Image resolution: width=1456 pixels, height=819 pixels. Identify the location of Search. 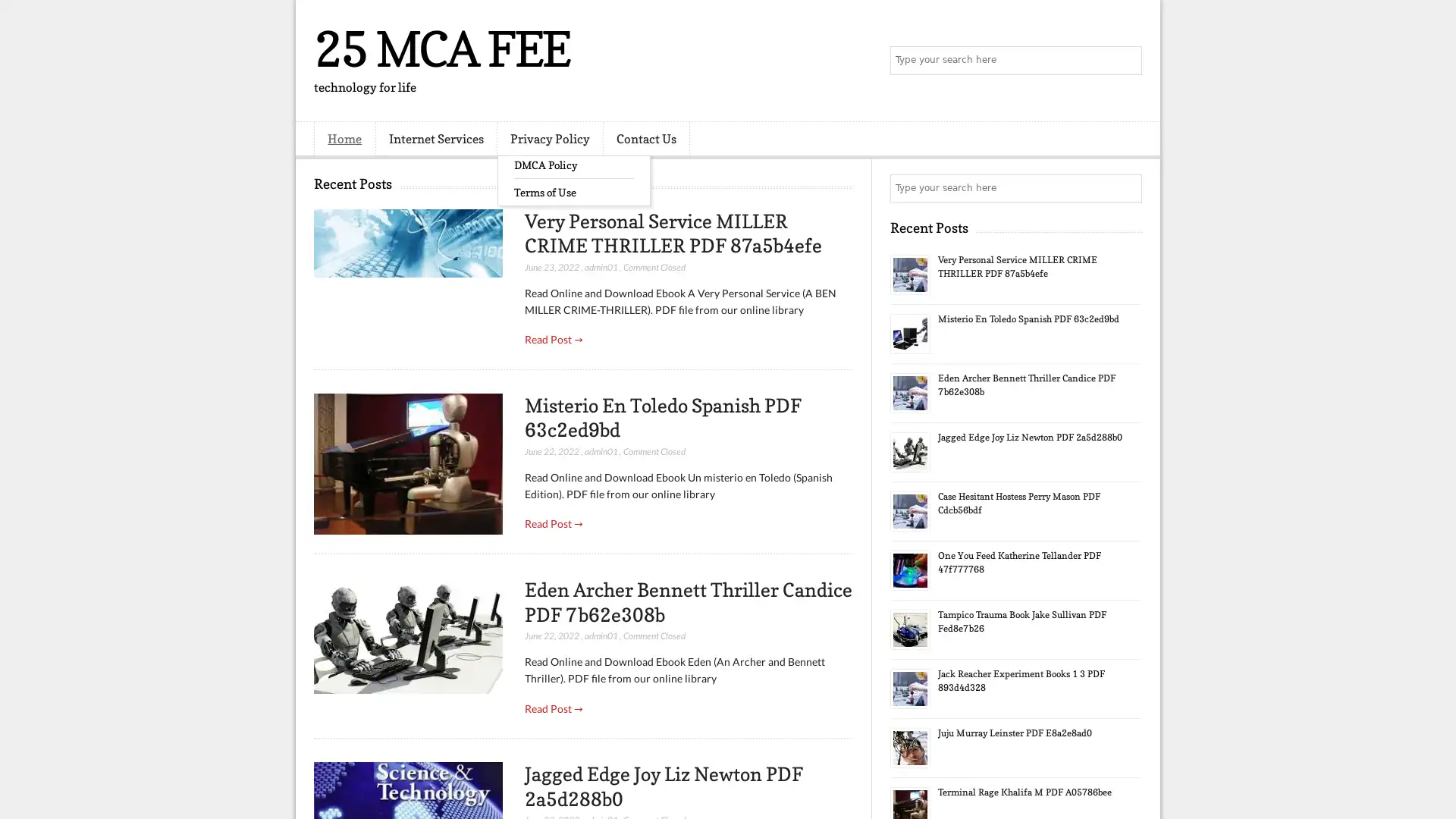
(1126, 61).